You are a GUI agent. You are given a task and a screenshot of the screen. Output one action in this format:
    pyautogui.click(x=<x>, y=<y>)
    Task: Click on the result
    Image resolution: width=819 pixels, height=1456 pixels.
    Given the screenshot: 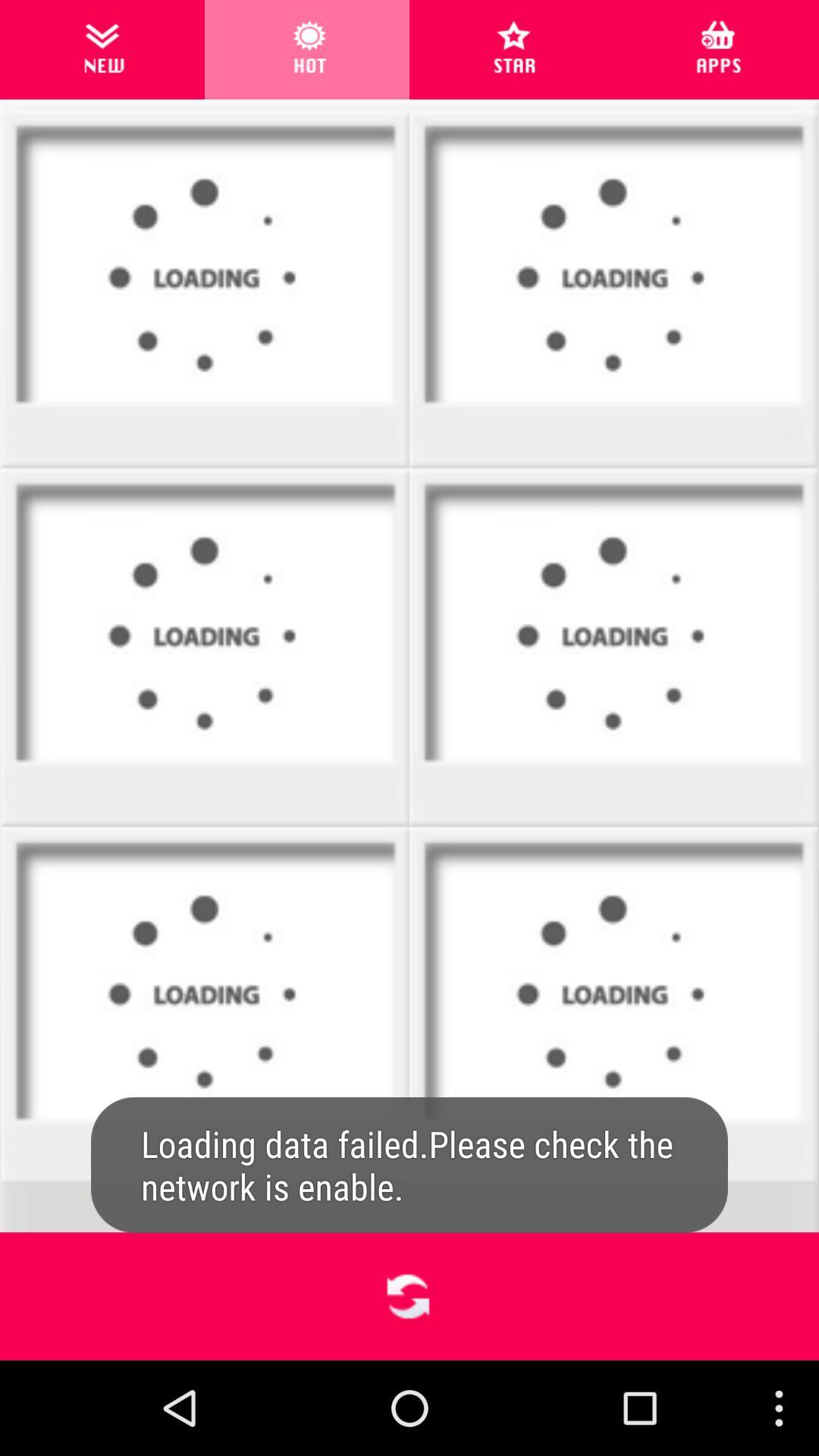 What is the action you would take?
    pyautogui.click(x=408, y=1295)
    